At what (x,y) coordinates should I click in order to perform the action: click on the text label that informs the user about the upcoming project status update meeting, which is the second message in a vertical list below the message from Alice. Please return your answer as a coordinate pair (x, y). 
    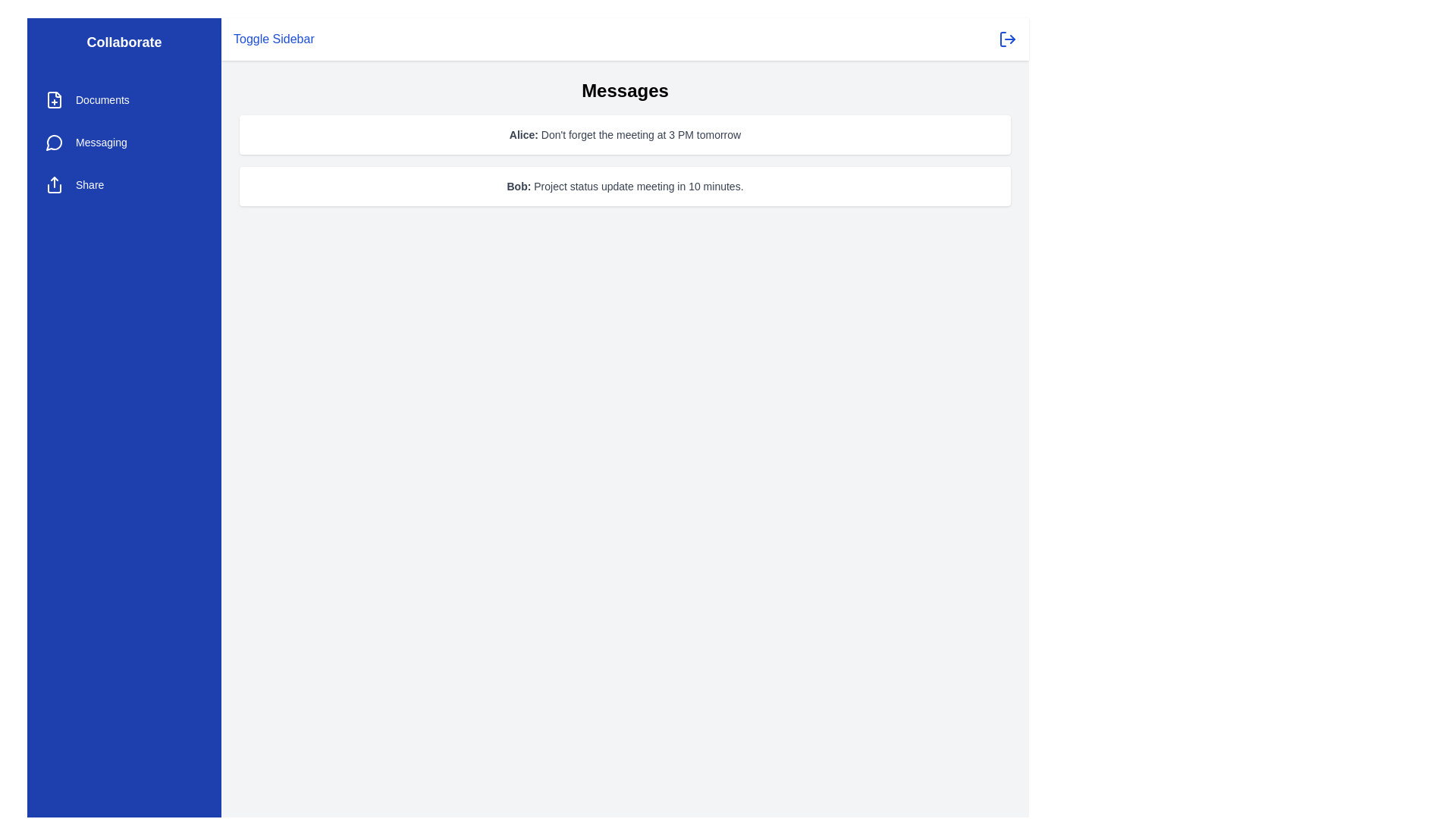
    Looking at the image, I should click on (625, 186).